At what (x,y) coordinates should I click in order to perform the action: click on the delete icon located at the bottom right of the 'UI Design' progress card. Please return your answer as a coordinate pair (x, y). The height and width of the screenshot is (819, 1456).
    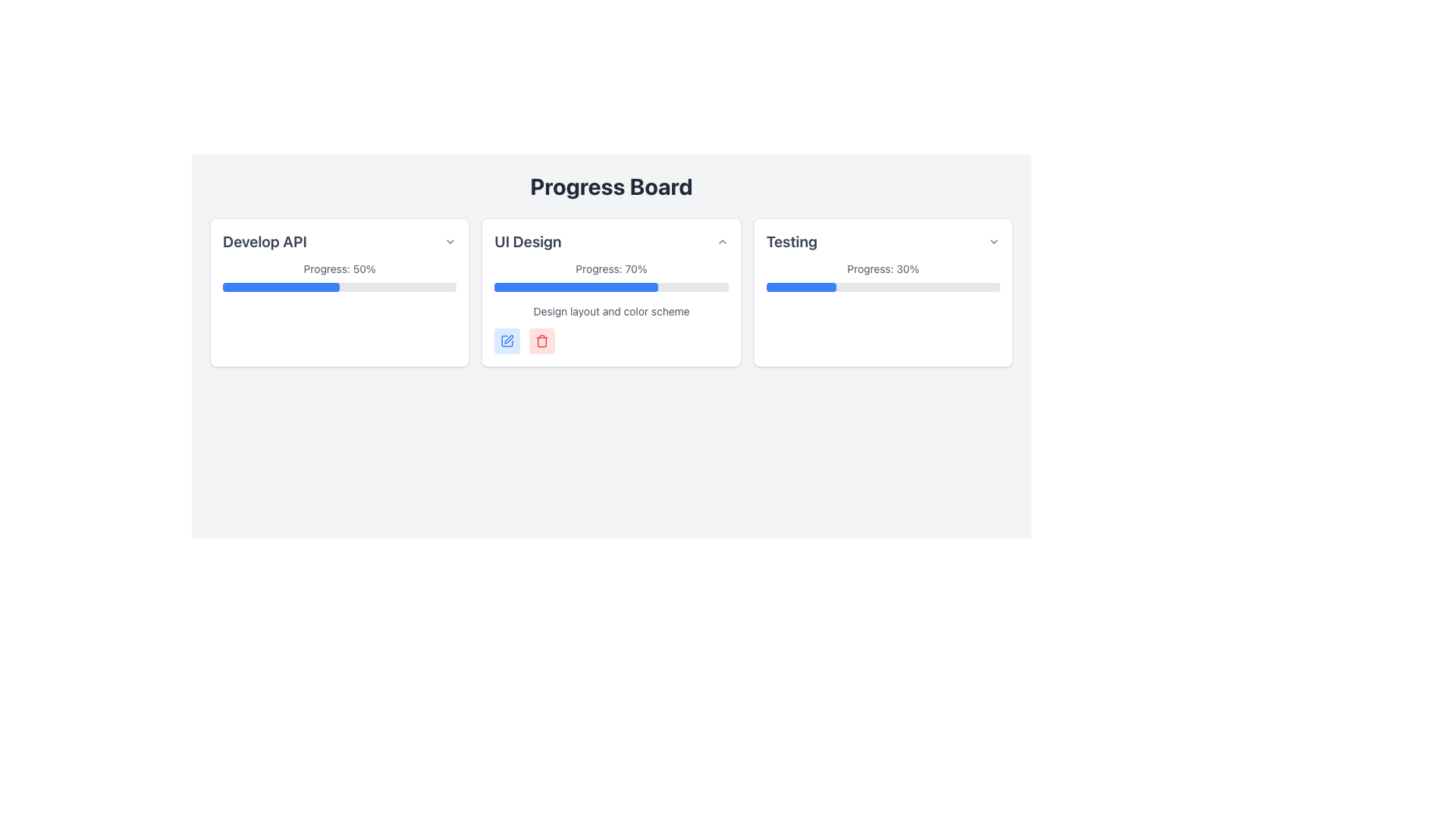
    Looking at the image, I should click on (542, 342).